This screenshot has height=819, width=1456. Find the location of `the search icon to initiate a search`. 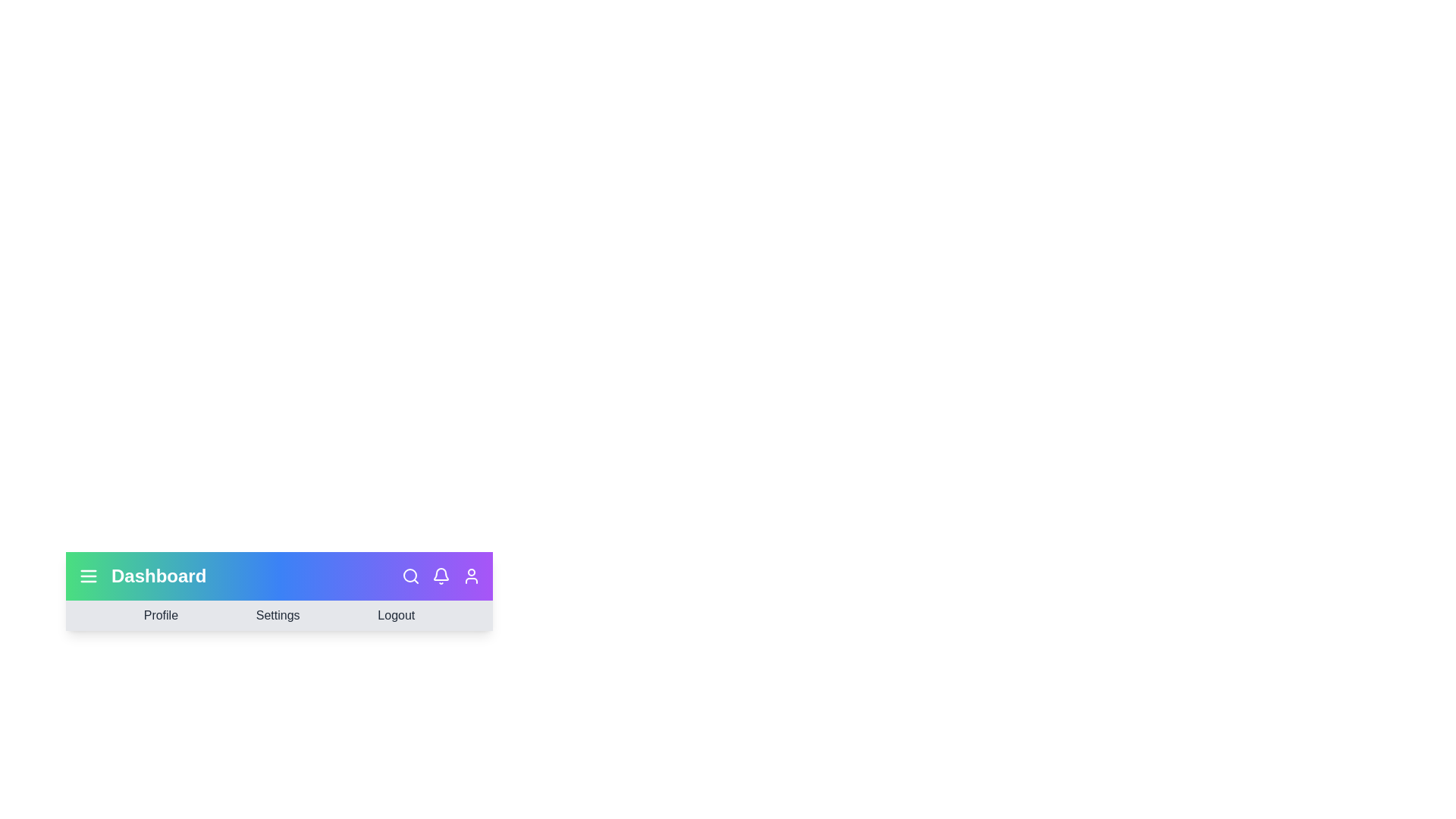

the search icon to initiate a search is located at coordinates (411, 576).